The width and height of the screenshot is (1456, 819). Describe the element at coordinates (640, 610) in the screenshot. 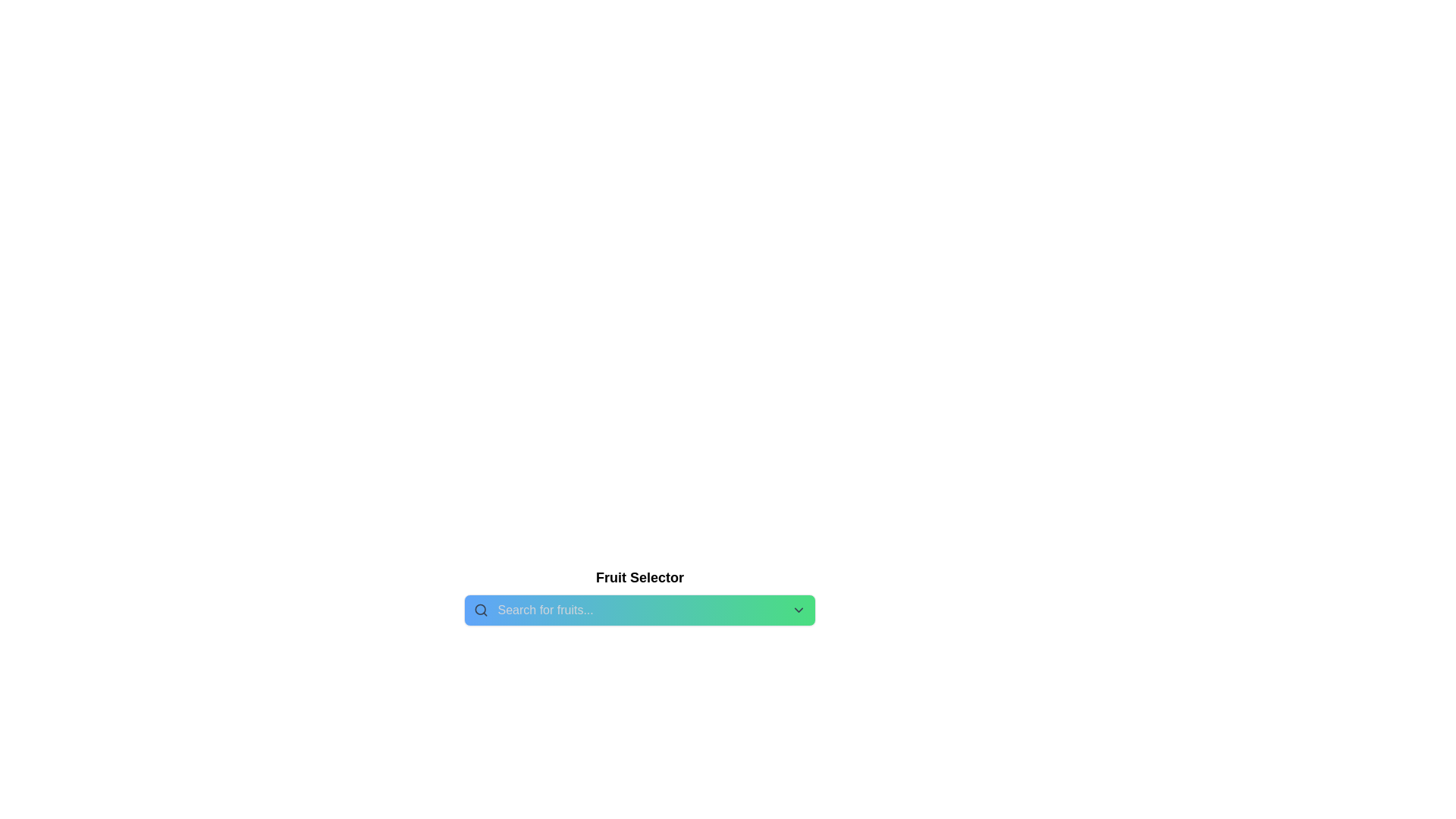

I see `the dropdown arrow of the Compound UI component (search input with dropdown)` at that location.